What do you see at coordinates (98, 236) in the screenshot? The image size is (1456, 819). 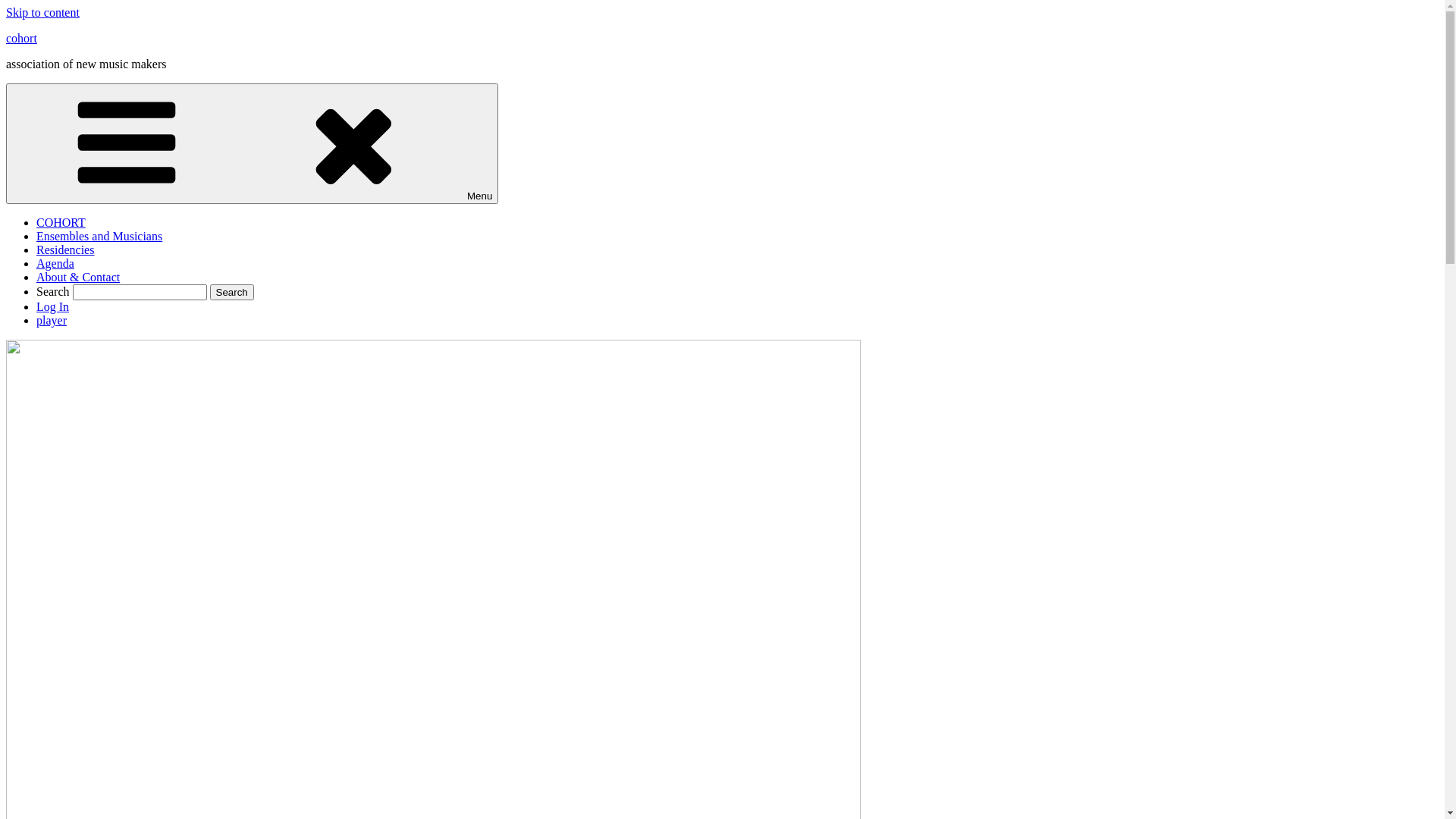 I see `'Ensembles and Musicians'` at bounding box center [98, 236].